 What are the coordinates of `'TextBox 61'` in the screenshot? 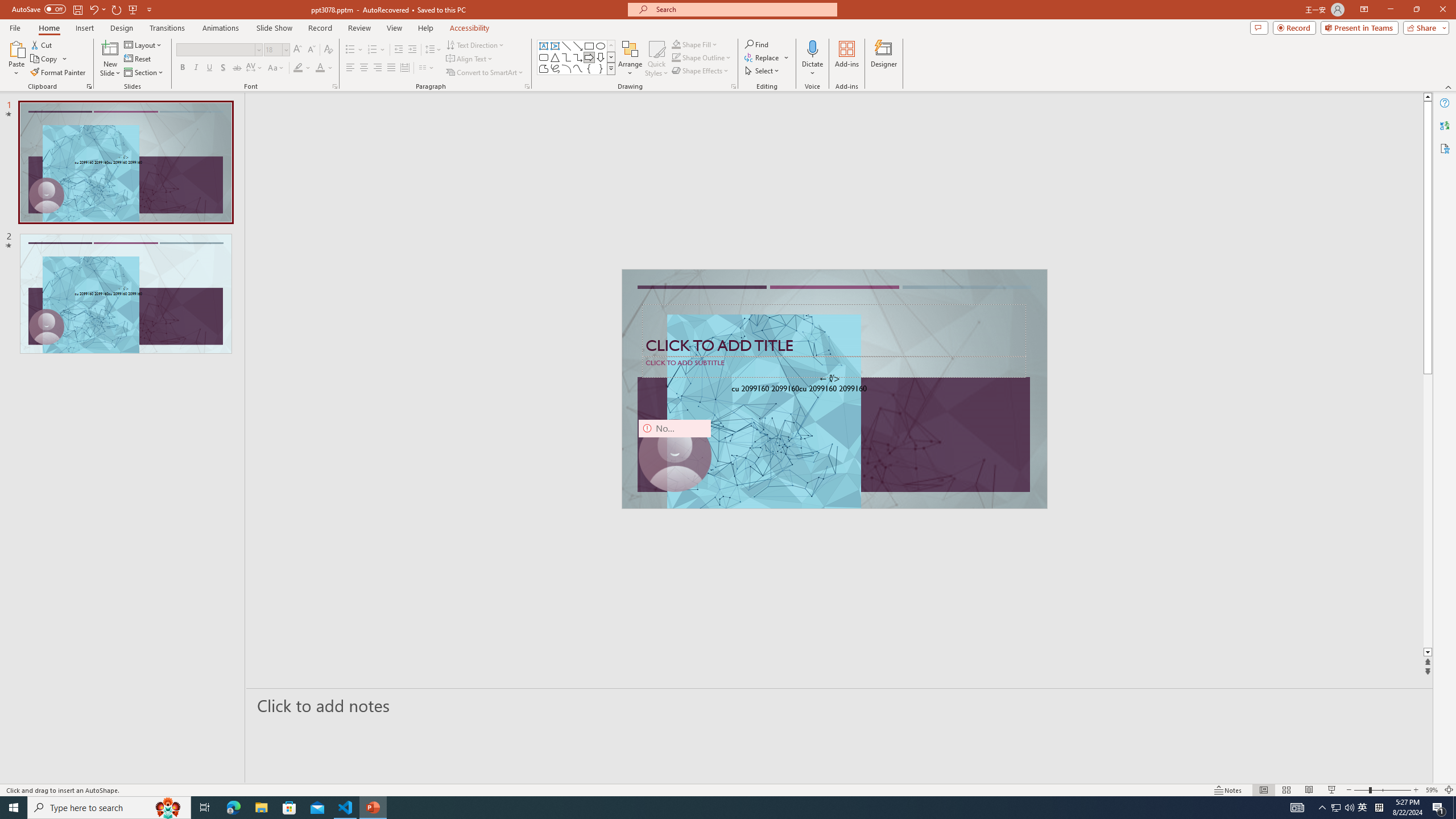 It's located at (833, 390).